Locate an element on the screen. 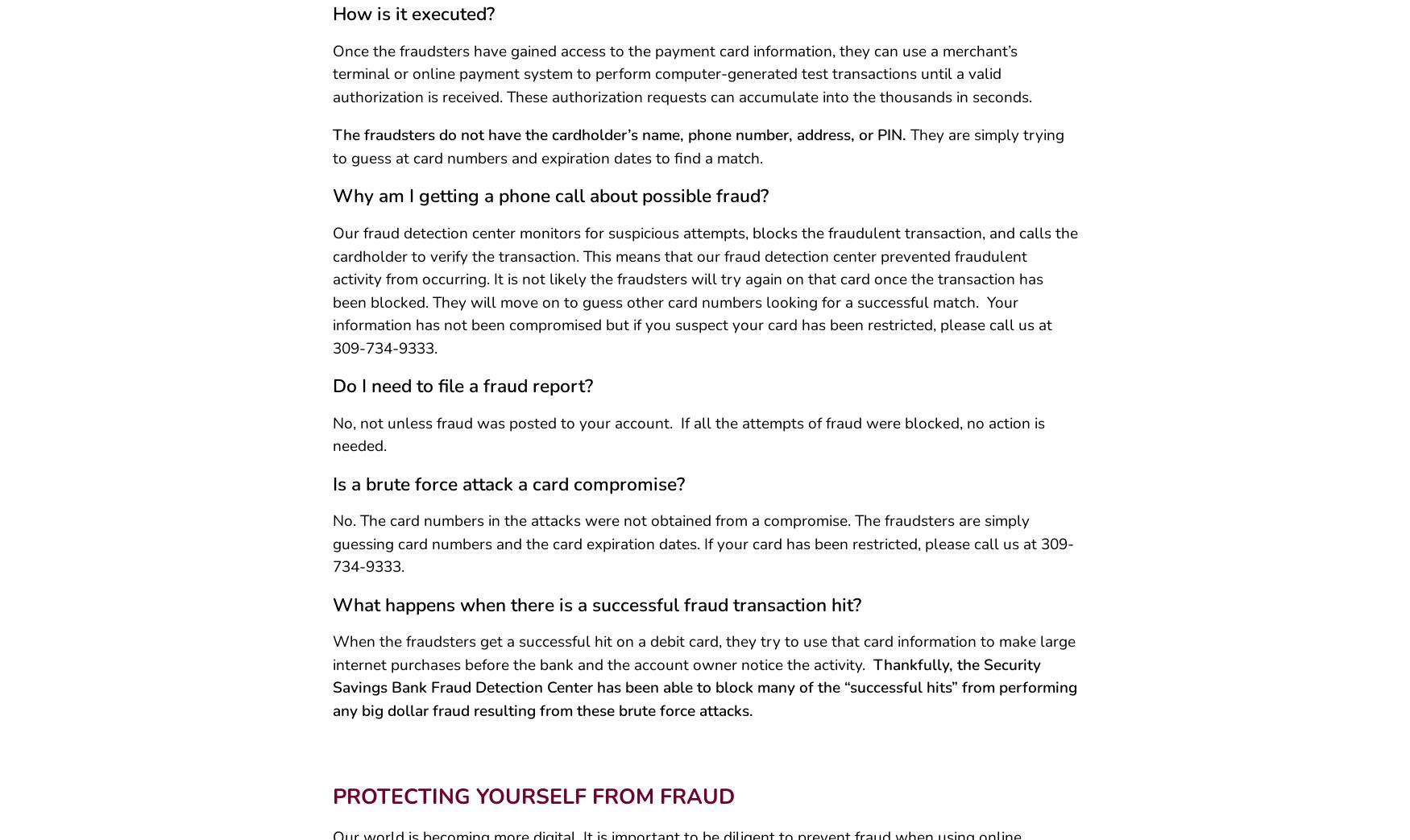 Image resolution: width=1410 pixels, height=840 pixels. 'When the fraudsters get a successful hit on a debit card, they try to use that card information to make large internet purchases before the bank and the account owner notice the activity.' is located at coordinates (703, 658).